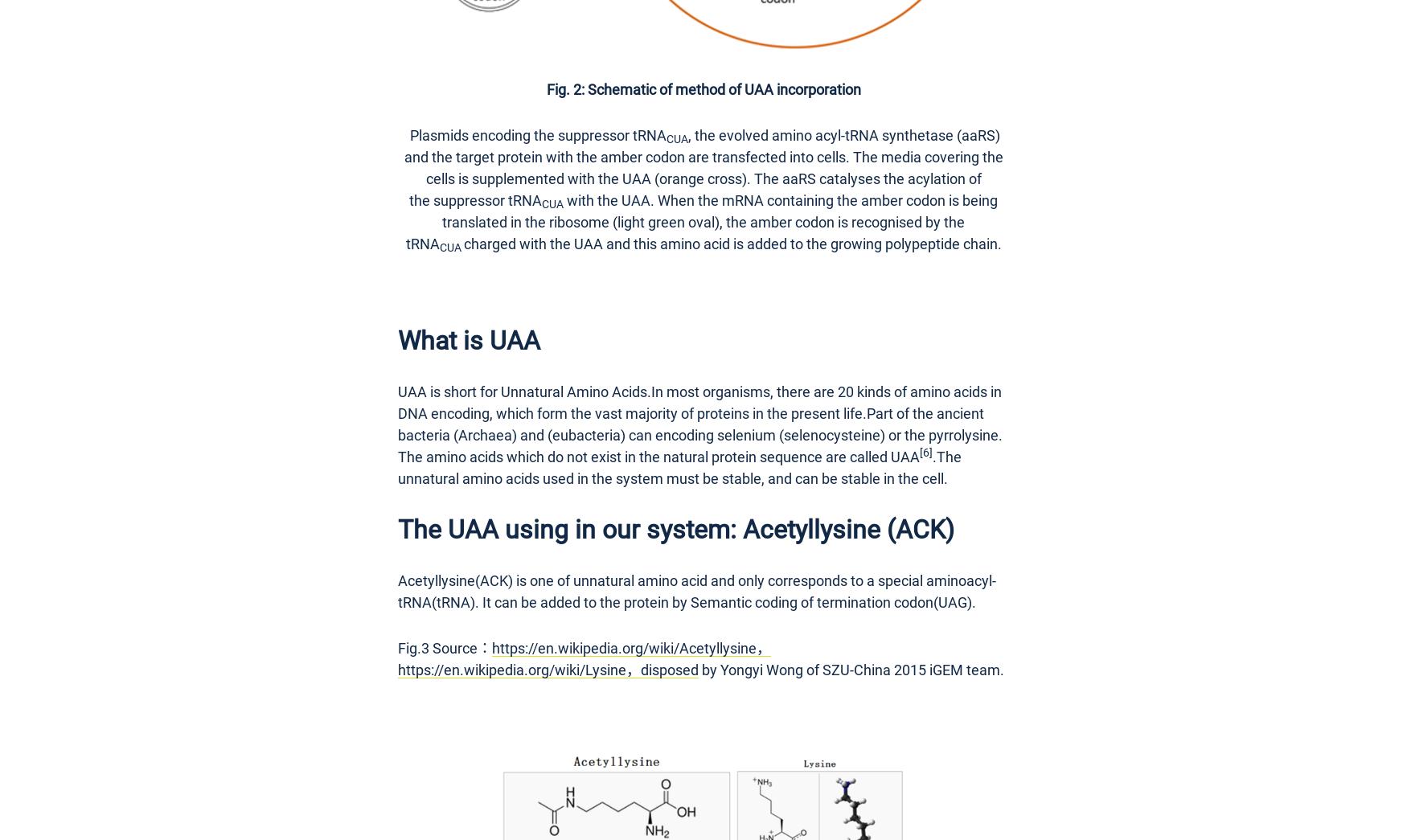 The image size is (1407, 840). What do you see at coordinates (696, 589) in the screenshot?
I see `'Acetyllysine(ACK) is one of unnatural amino acid and only corresponds to a special aminoacyl-tRNA(tRNA). It can be added to the protein by Semantic coding of termination codon(UAG).'` at bounding box center [696, 589].